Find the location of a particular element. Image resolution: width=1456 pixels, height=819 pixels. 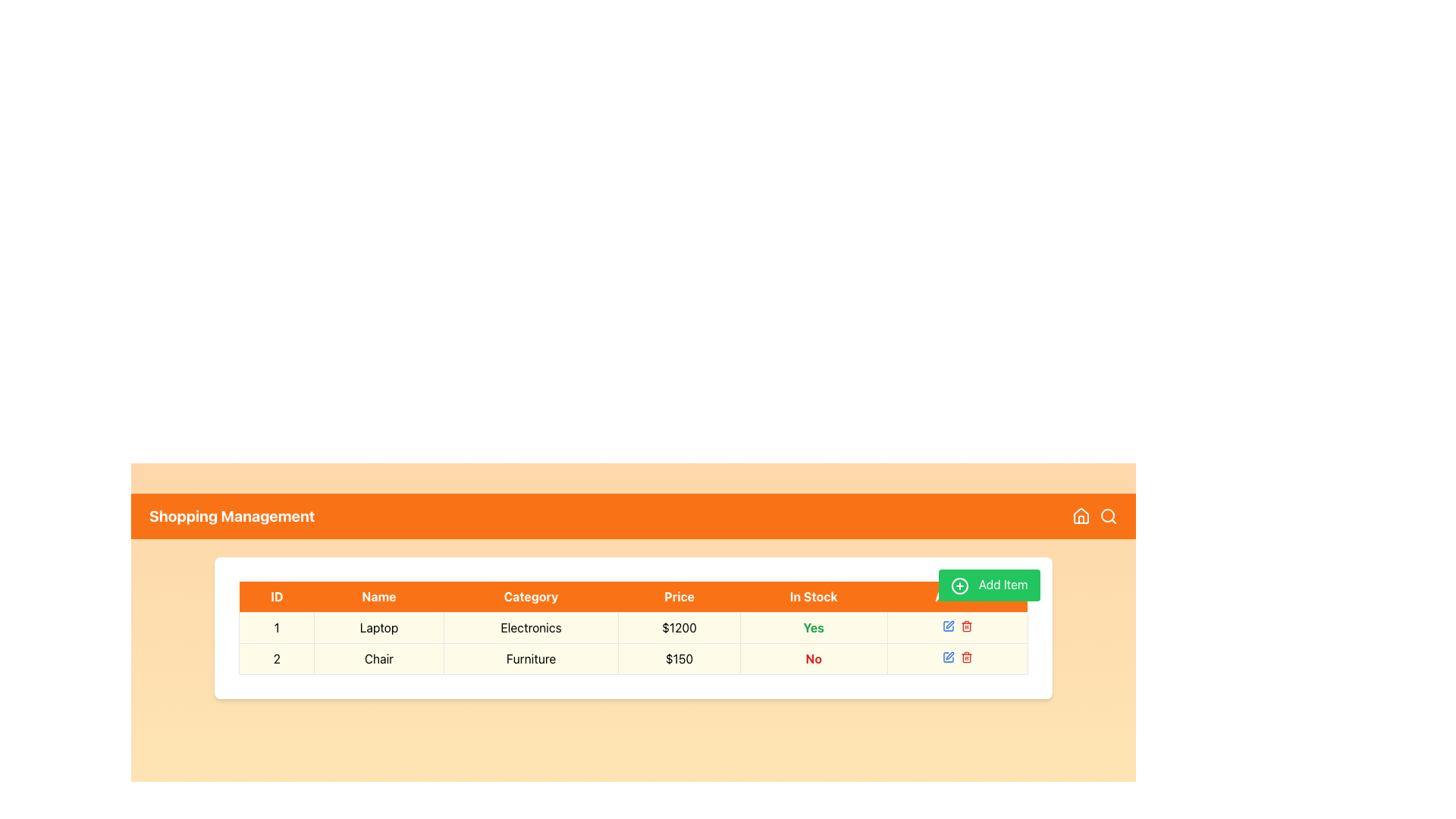

the trash bin icon component located in the center of the icon group to the right of the second row in the table is located at coordinates (965, 627).